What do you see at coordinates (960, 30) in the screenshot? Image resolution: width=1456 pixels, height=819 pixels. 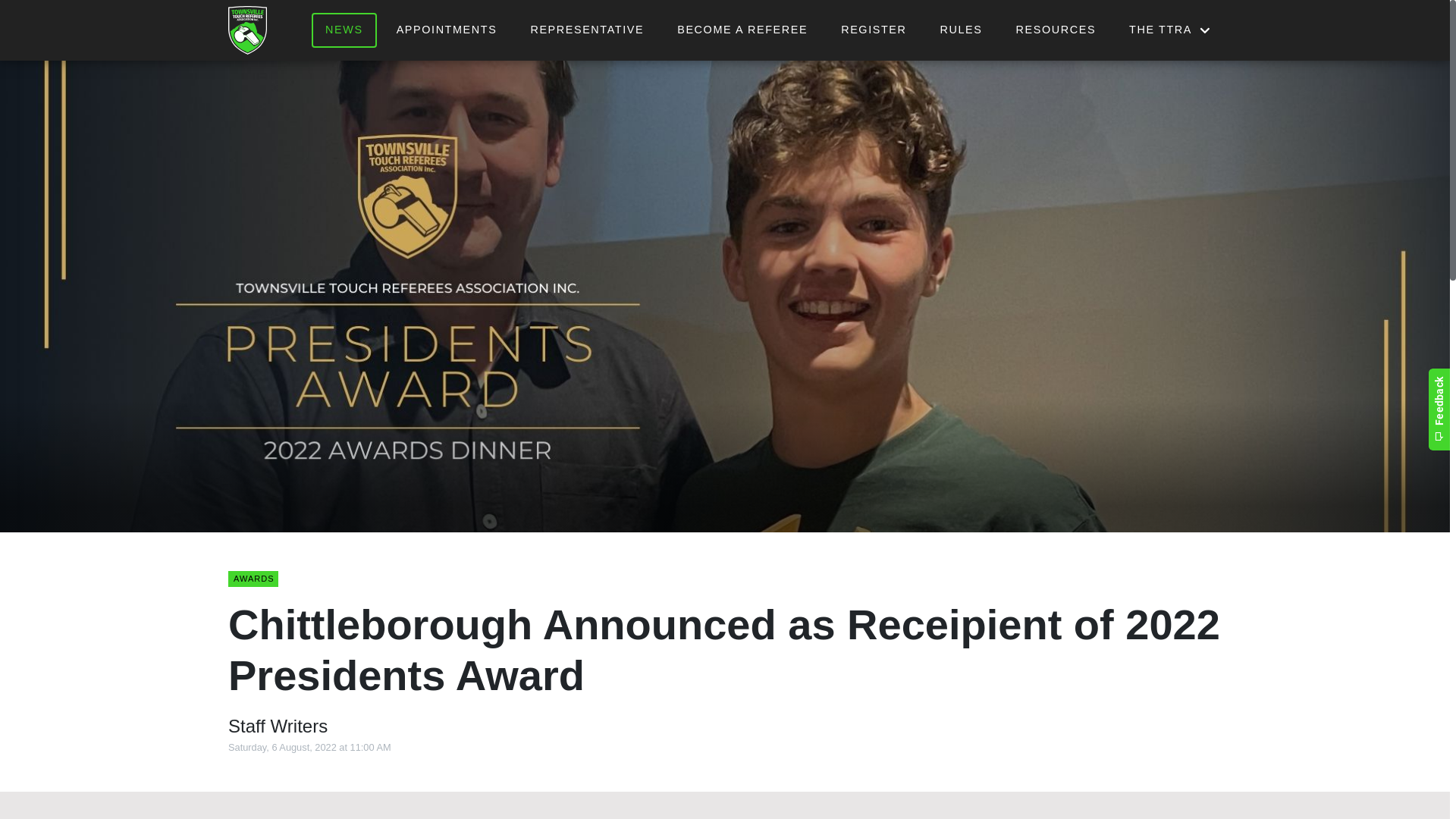 I see `'RULES'` at bounding box center [960, 30].